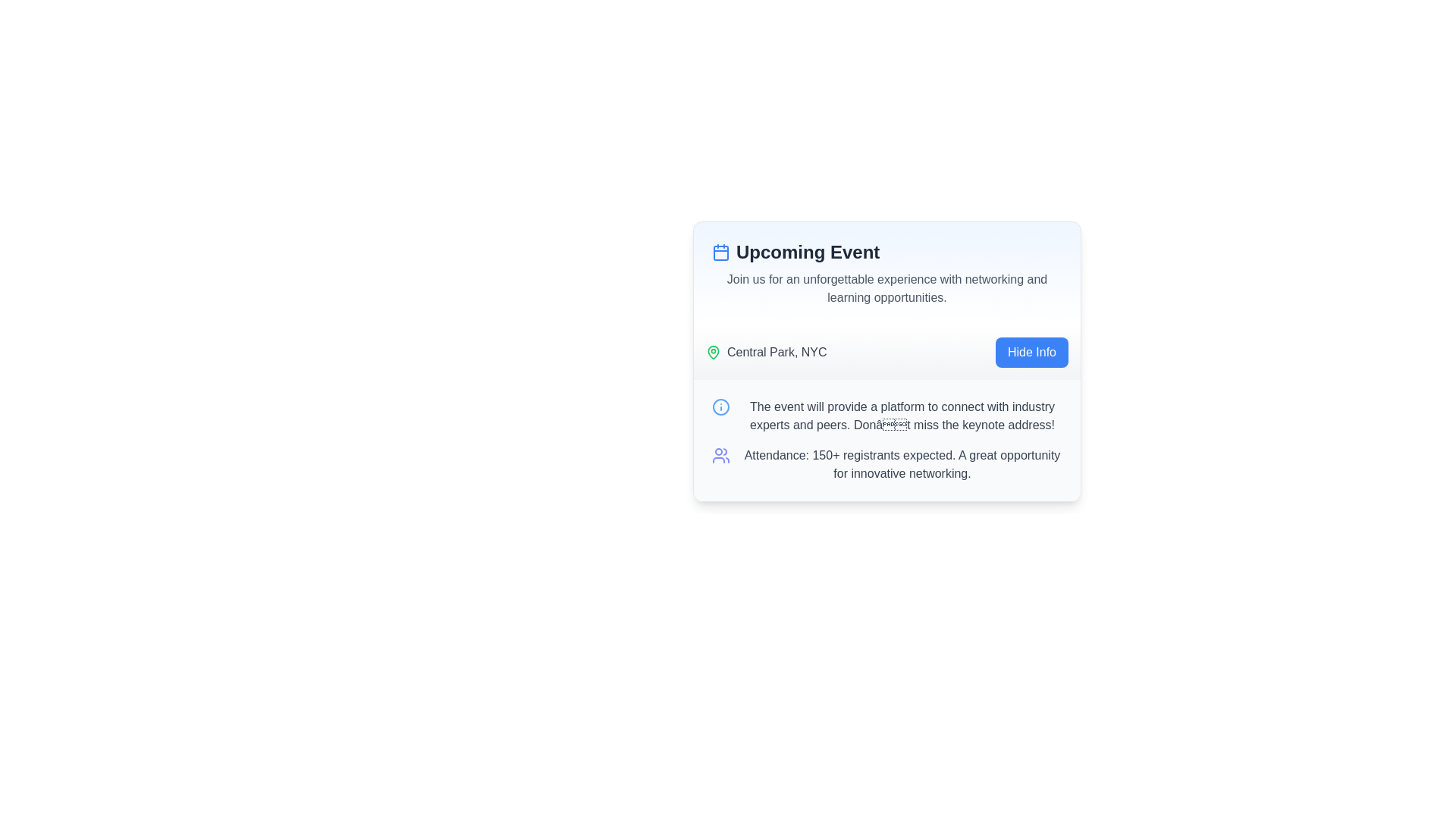  Describe the element at coordinates (887, 416) in the screenshot. I see `informational text block that conveys details about the event, positioned in the highlighted card below the 'Central Park, NYC' location indicator and above the attendance statistics` at that location.